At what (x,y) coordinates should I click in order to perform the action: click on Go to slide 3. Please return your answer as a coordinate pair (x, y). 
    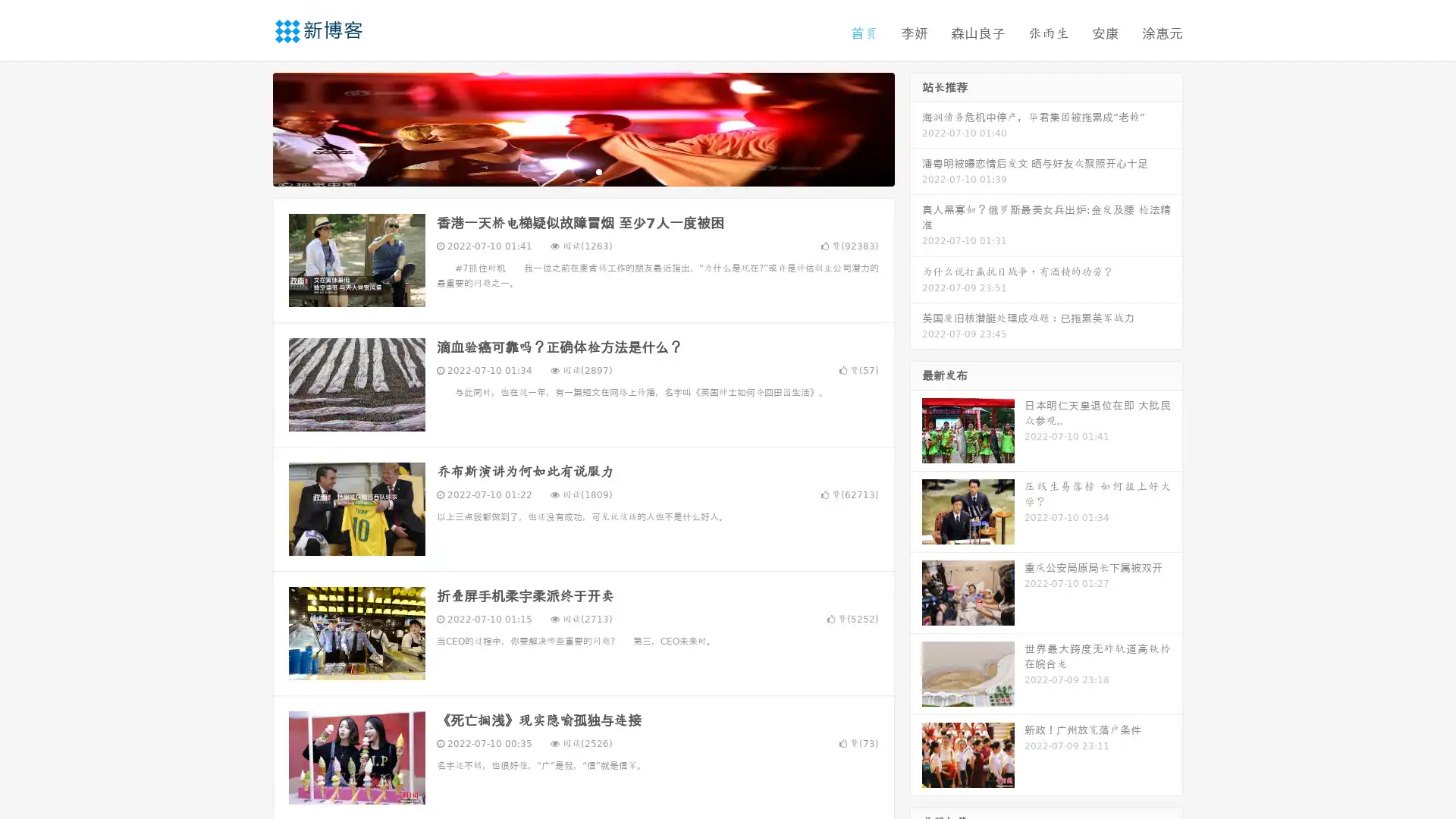
    Looking at the image, I should click on (598, 171).